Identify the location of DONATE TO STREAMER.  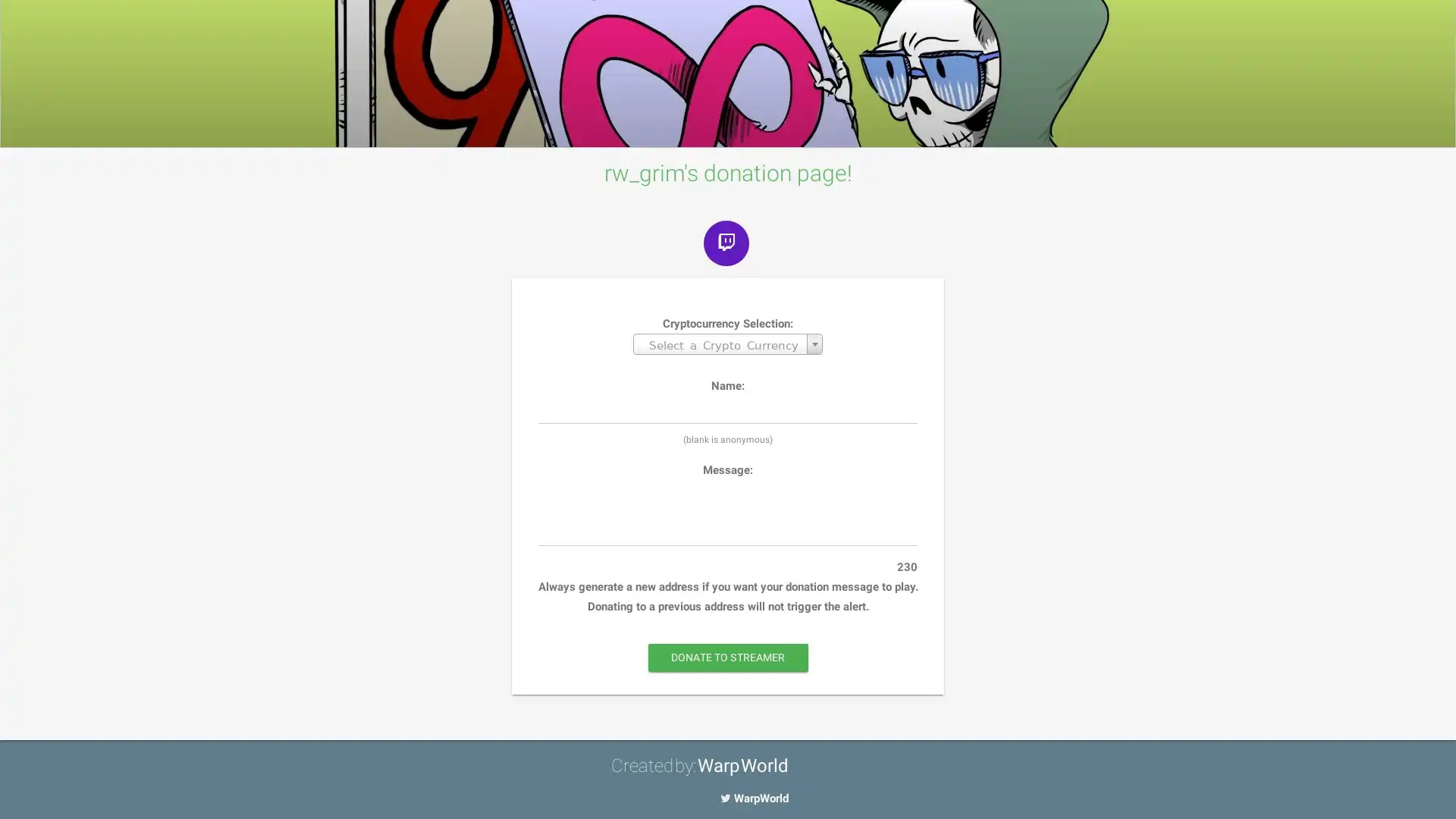
(726, 656).